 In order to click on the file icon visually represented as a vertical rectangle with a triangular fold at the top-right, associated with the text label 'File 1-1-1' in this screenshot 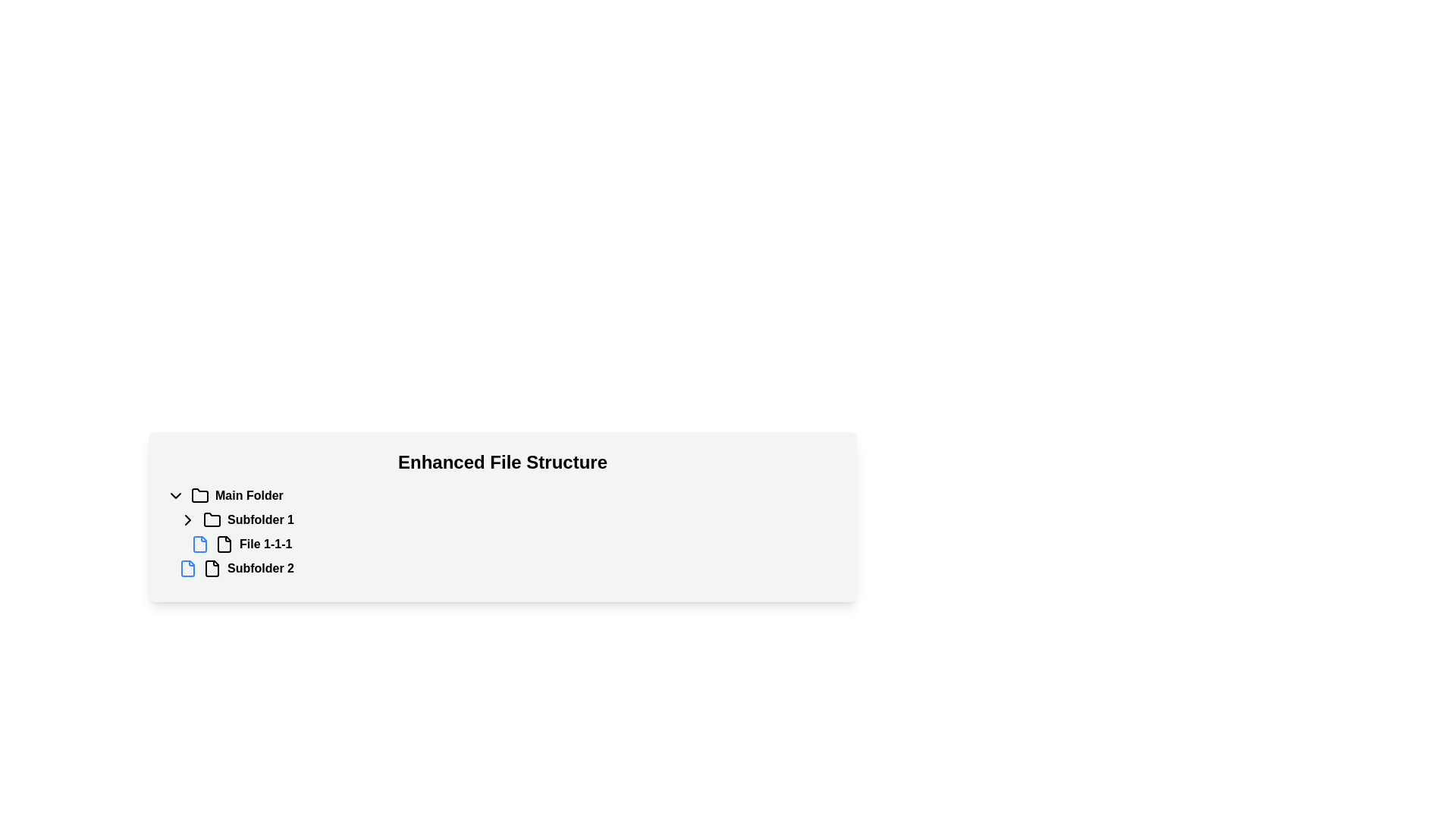, I will do `click(224, 543)`.